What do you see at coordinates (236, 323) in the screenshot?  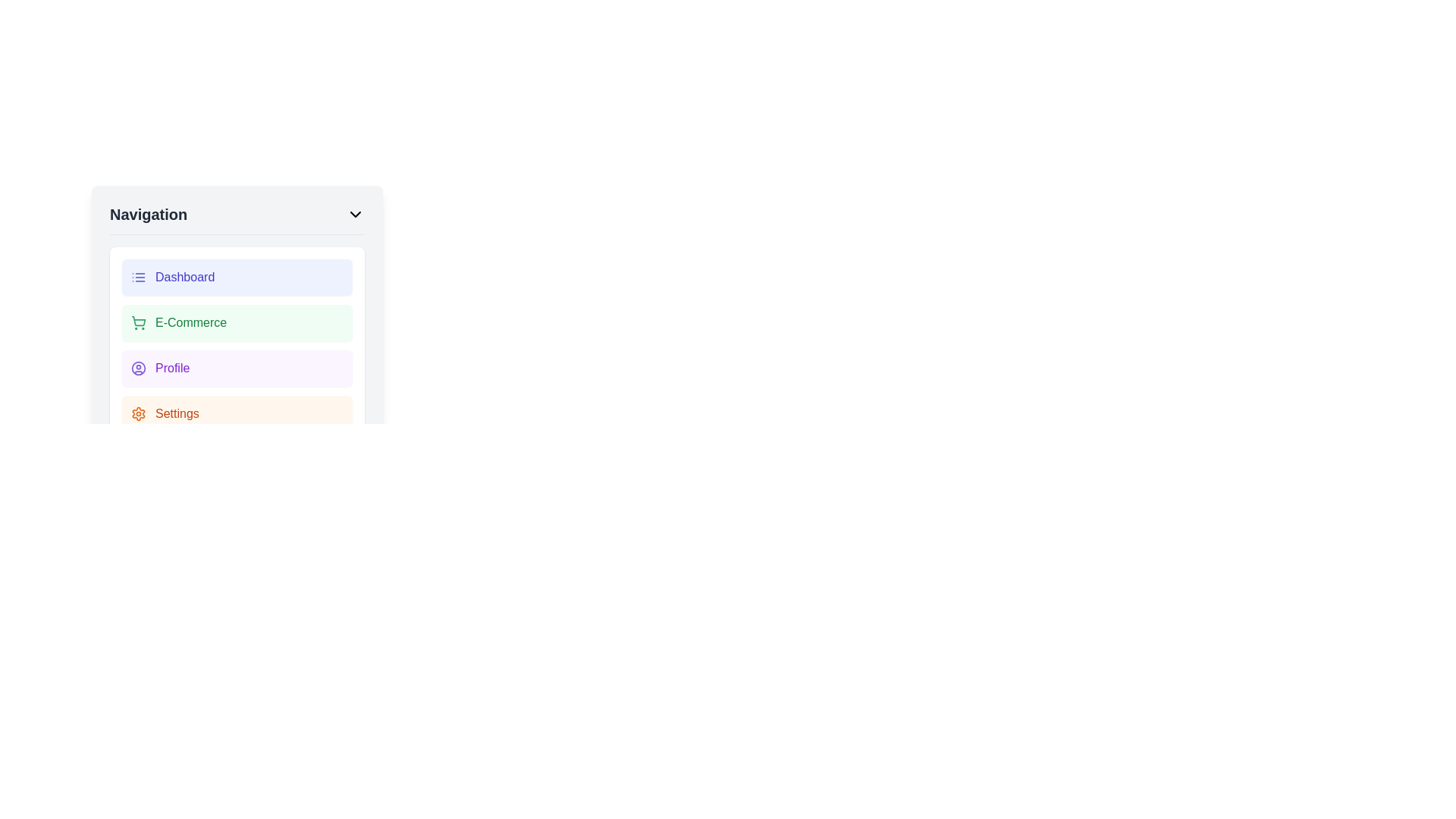 I see `the green rectangular 'E-Commerce' navigation button located below the 'Dashboard' button and above the 'Profile' button` at bounding box center [236, 323].